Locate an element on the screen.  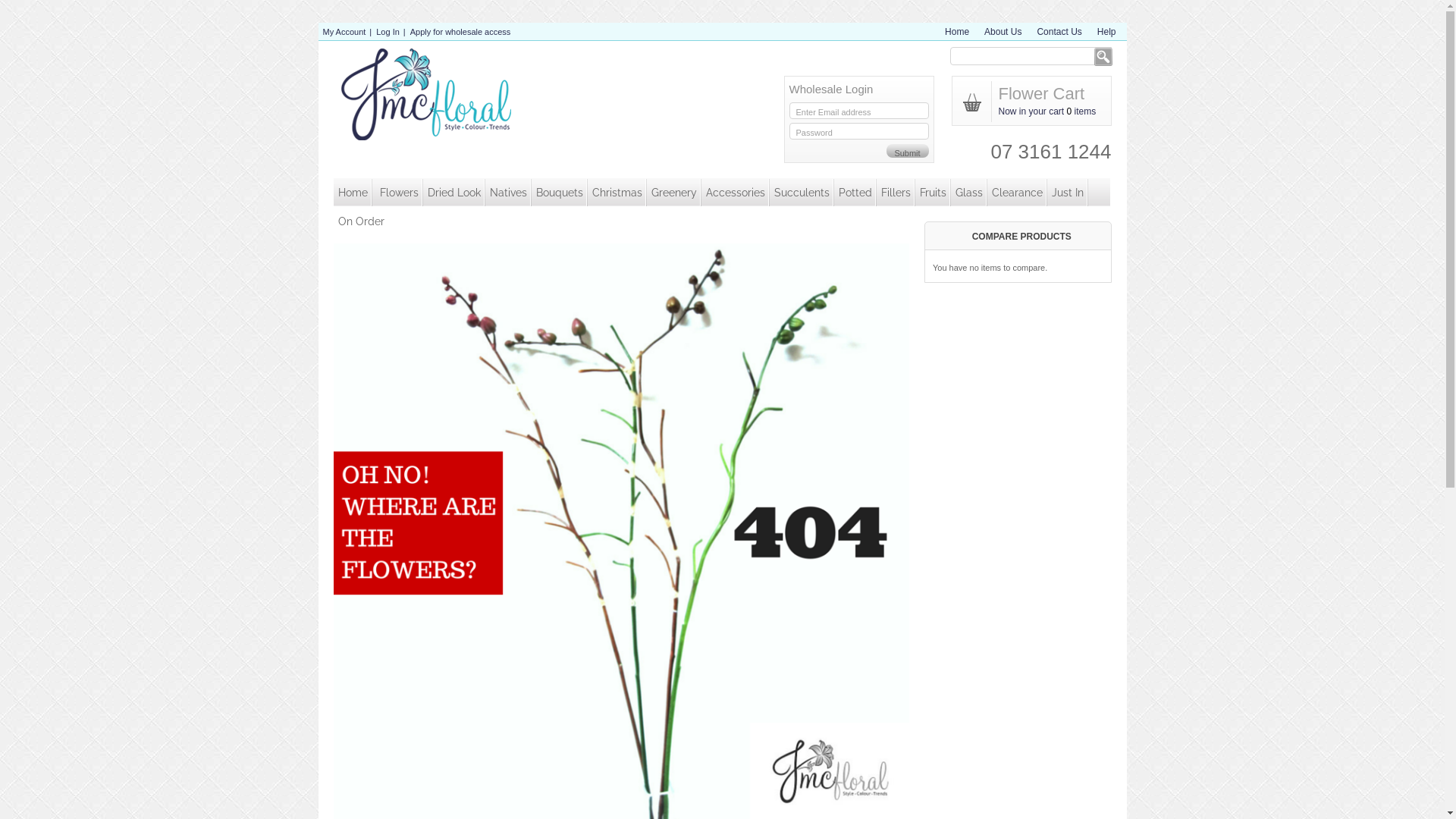
'Just In' is located at coordinates (1065, 192).